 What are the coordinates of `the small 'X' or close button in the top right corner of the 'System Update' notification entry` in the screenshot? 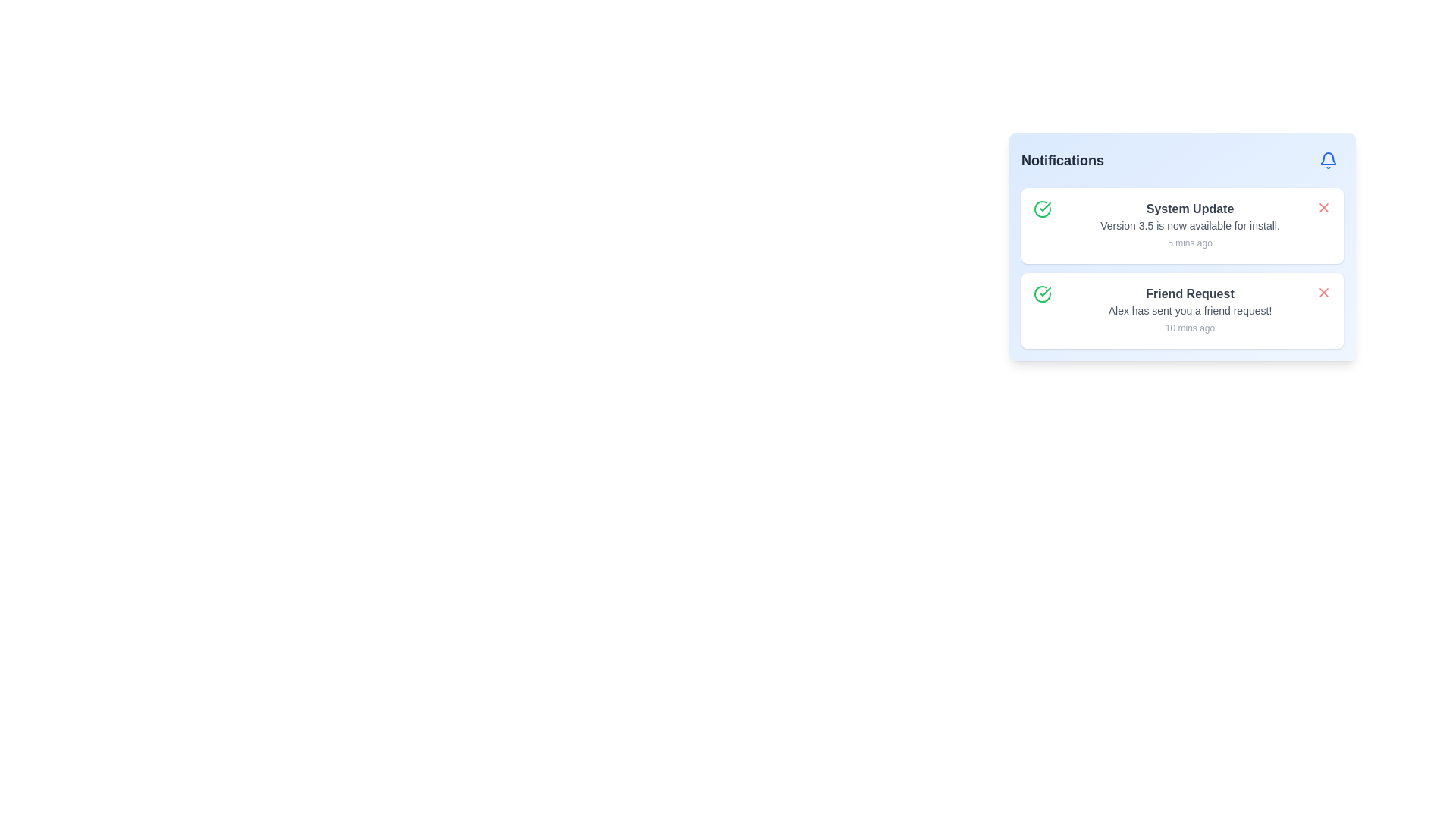 It's located at (1323, 207).